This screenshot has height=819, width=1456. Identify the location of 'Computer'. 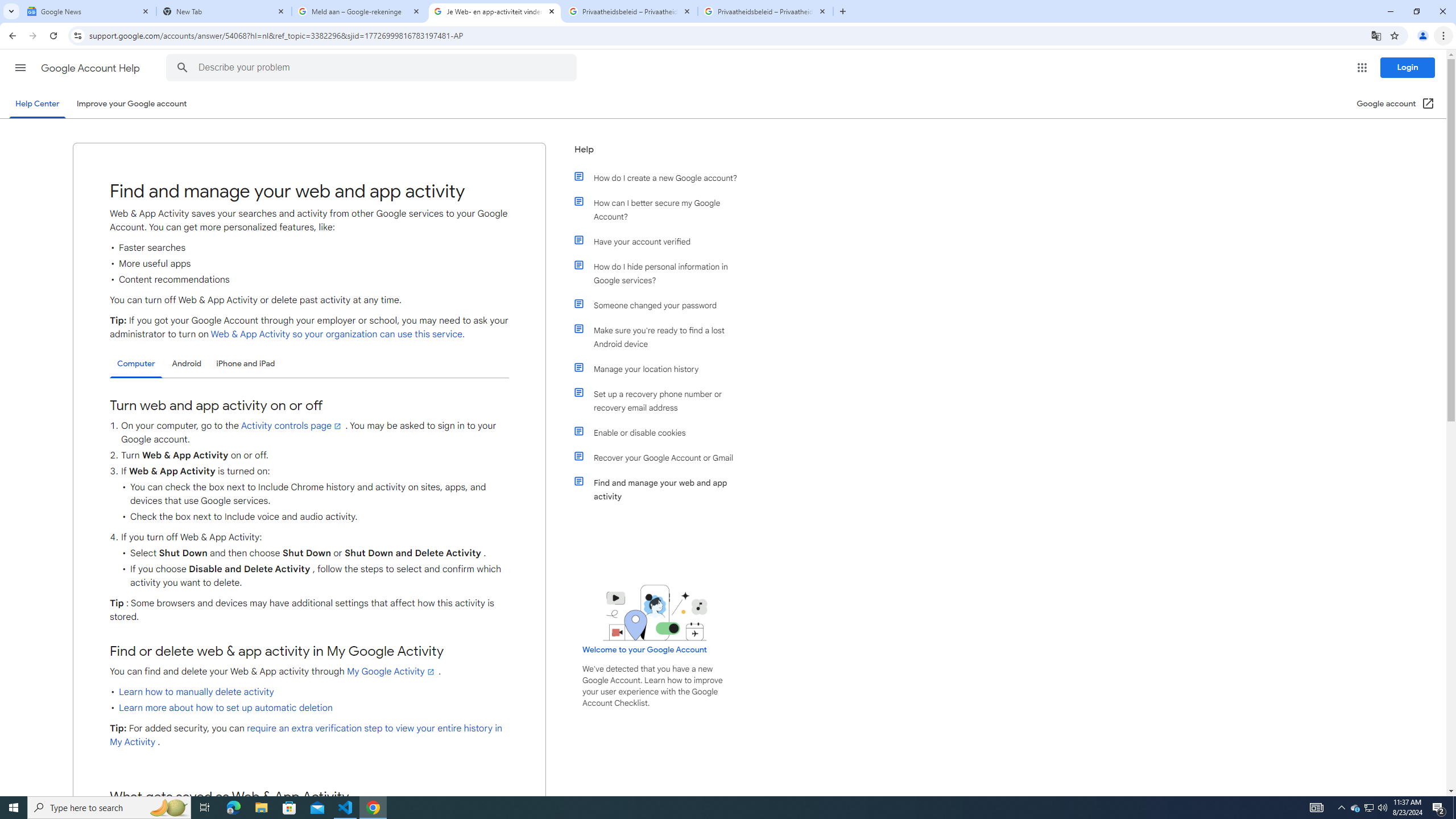
(136, 363).